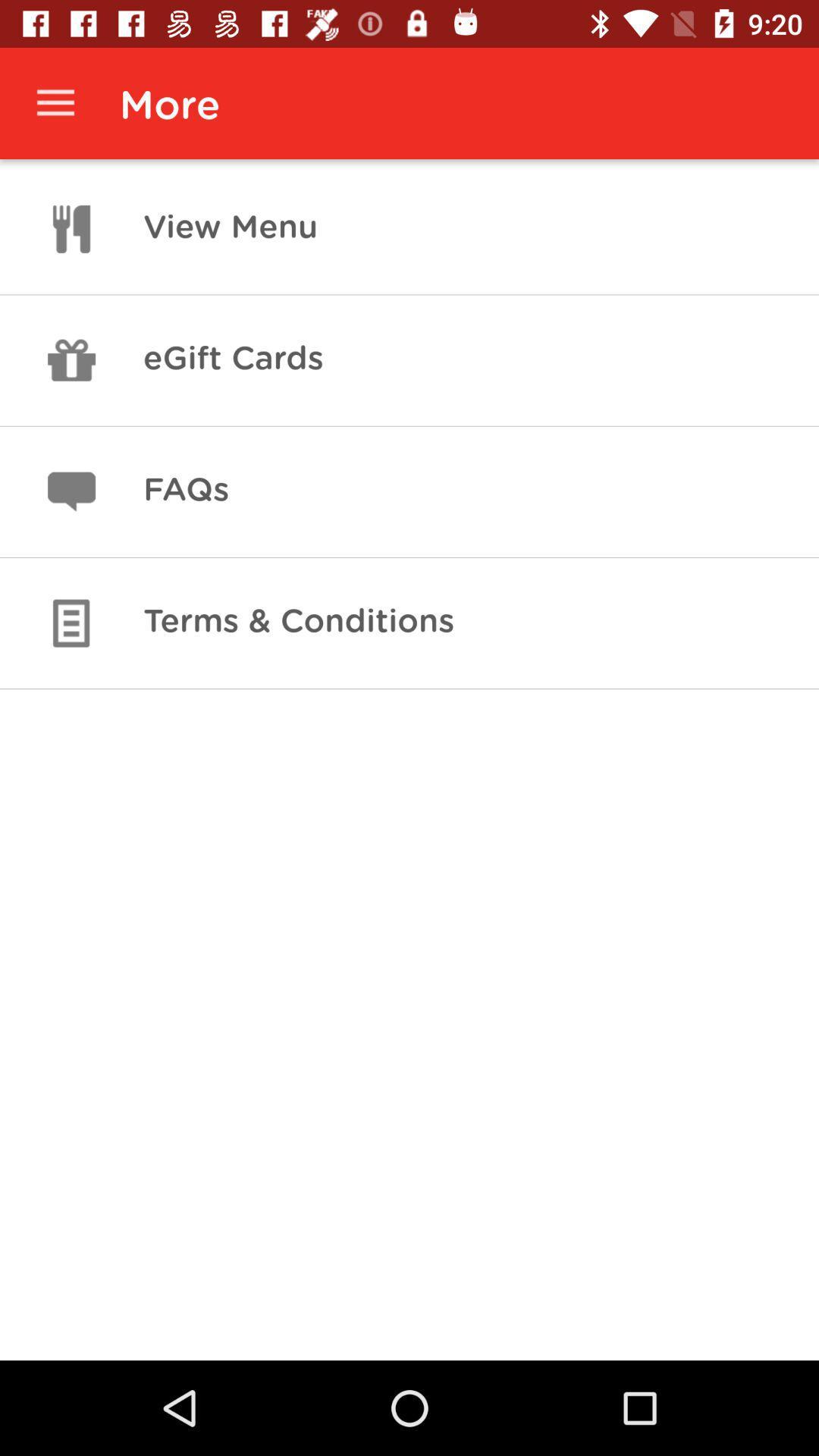 This screenshot has width=819, height=1456. I want to click on icon to the left of more item, so click(55, 102).